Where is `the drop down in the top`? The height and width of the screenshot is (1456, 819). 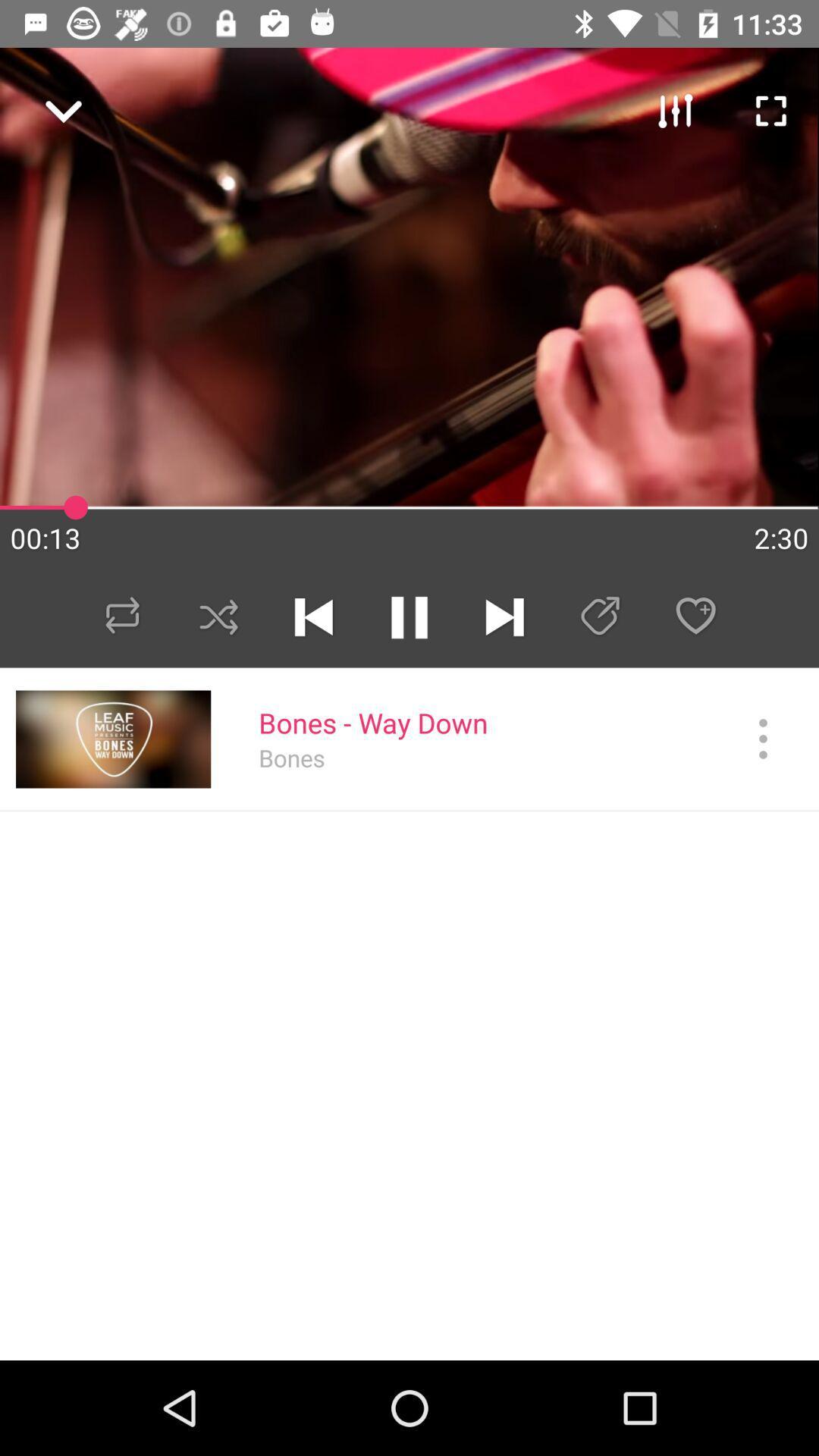
the drop down in the top is located at coordinates (55, 103).